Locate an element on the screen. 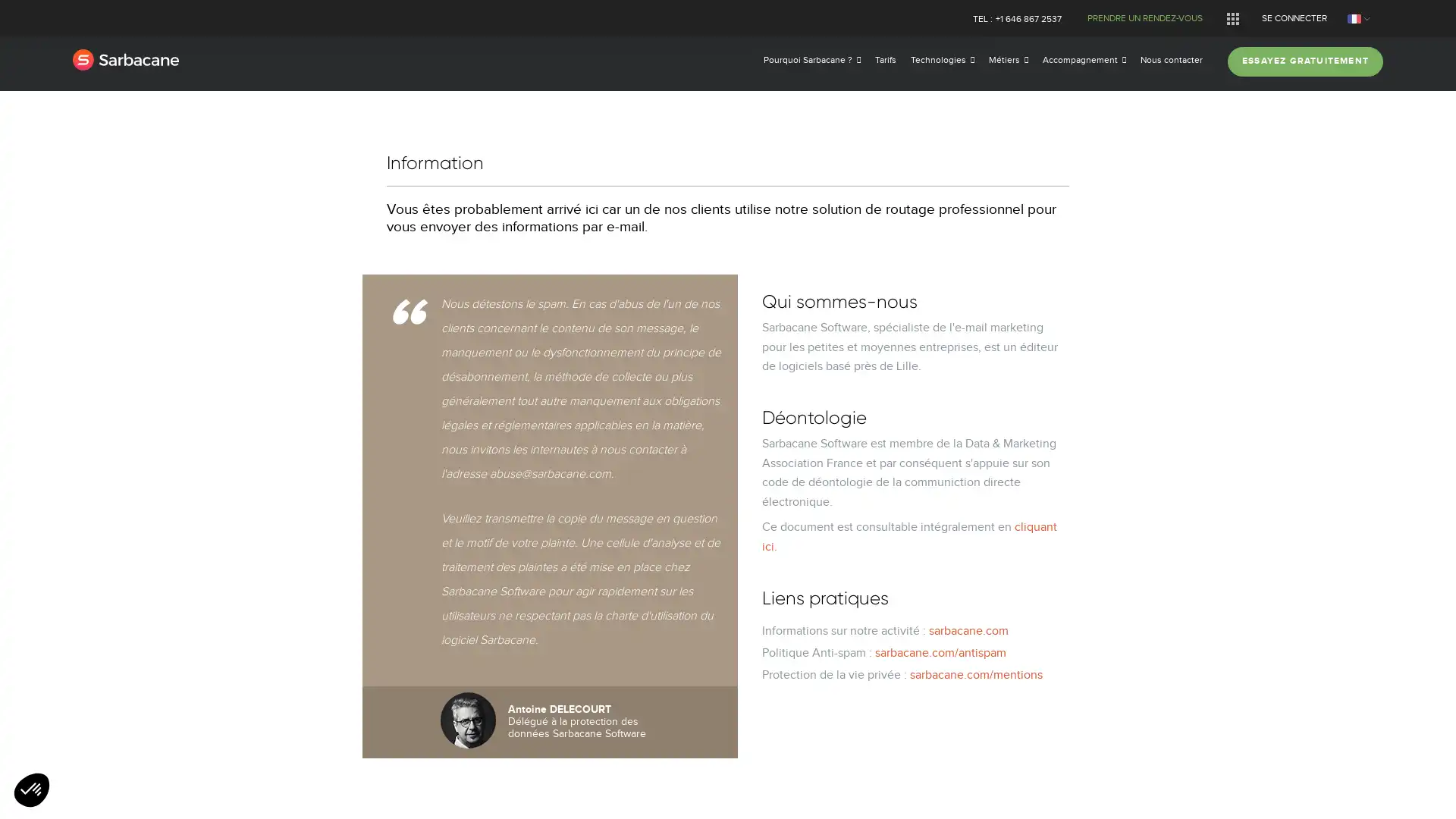 The height and width of the screenshot is (819, 1456). Consentements certifies par is located at coordinates (726, 486).